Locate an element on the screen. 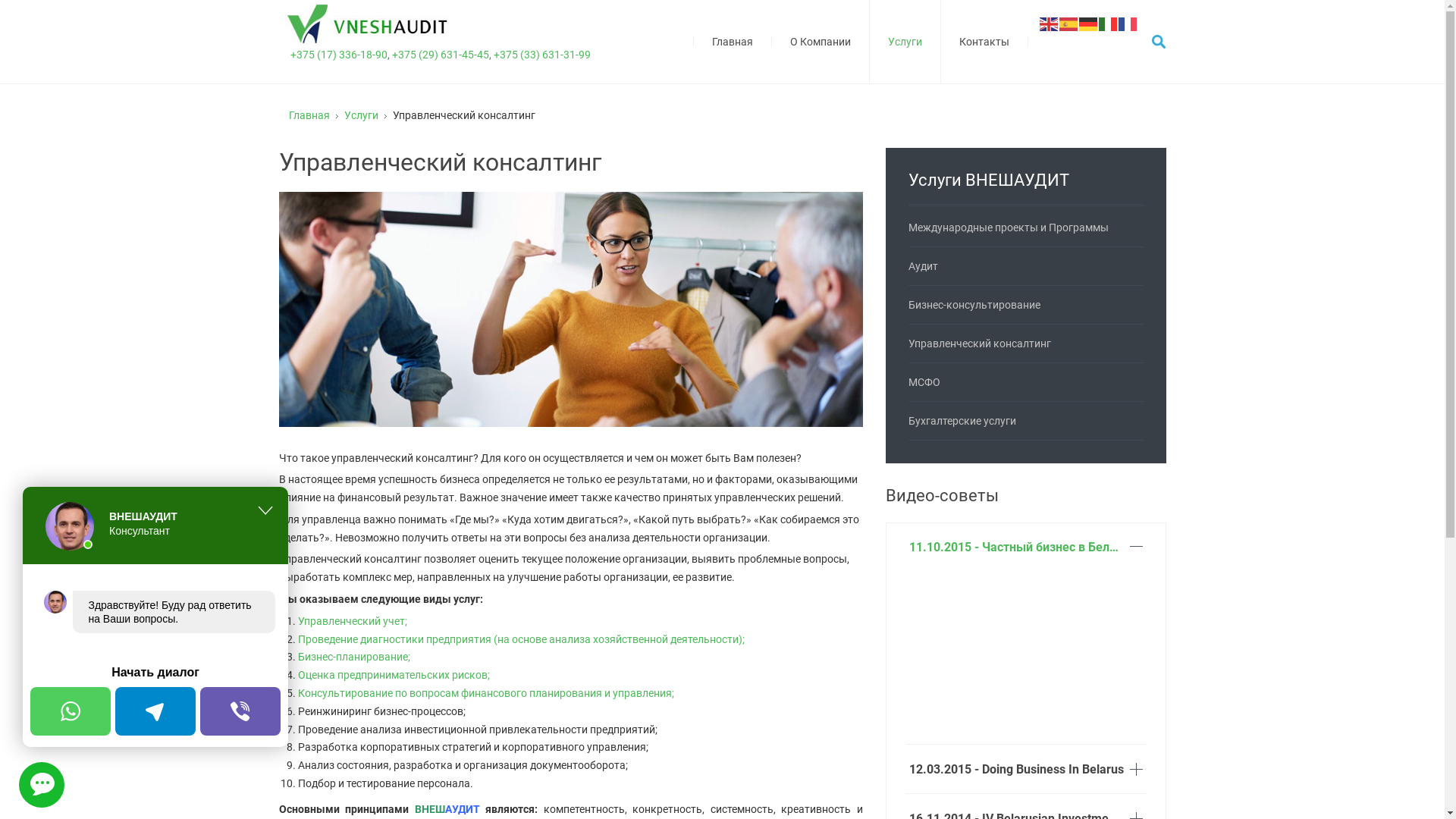 The height and width of the screenshot is (819, 1456). 'Phone' is located at coordinates (239, 711).